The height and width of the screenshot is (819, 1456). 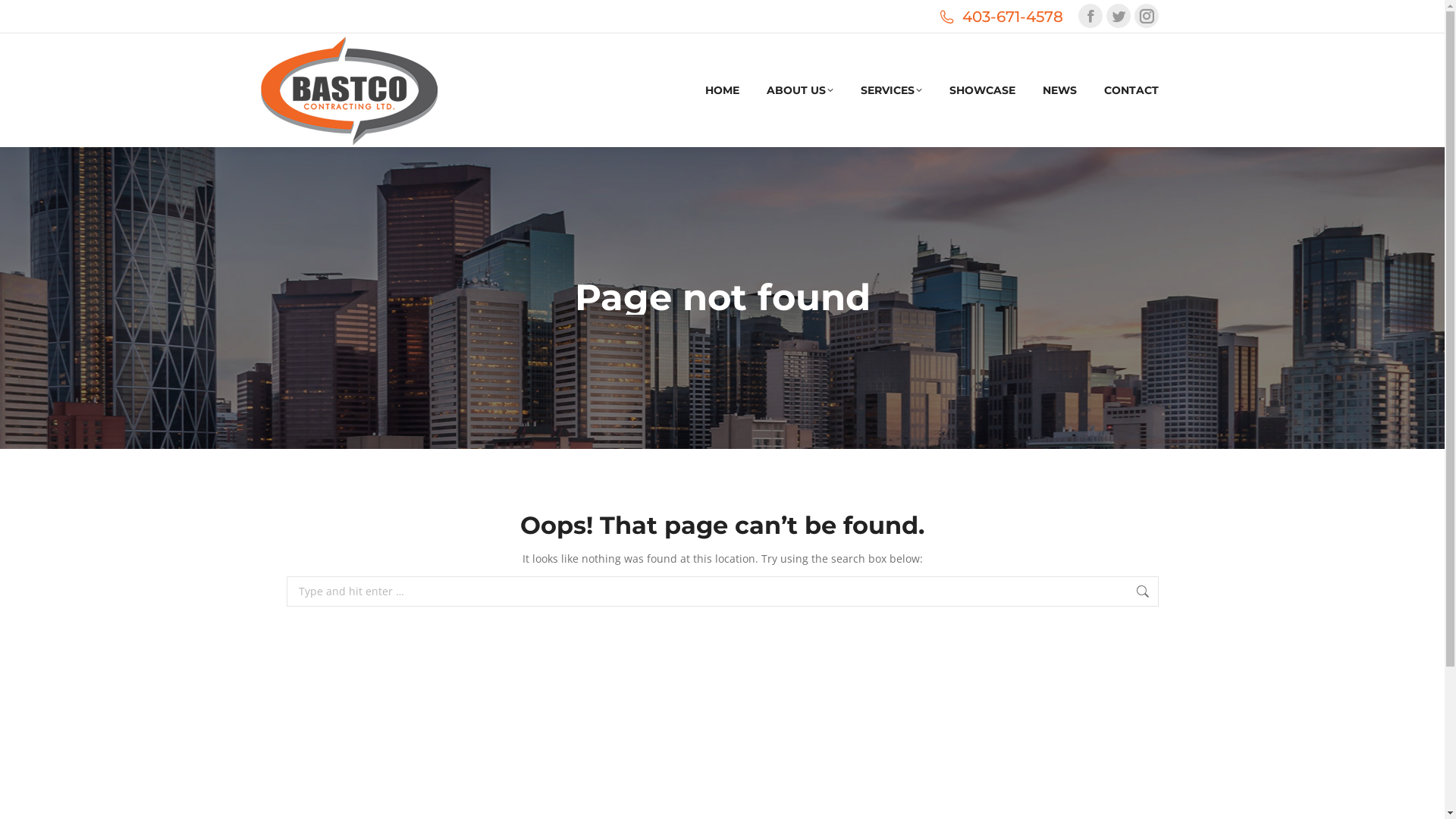 What do you see at coordinates (1040, 90) in the screenshot?
I see `'NEWS'` at bounding box center [1040, 90].